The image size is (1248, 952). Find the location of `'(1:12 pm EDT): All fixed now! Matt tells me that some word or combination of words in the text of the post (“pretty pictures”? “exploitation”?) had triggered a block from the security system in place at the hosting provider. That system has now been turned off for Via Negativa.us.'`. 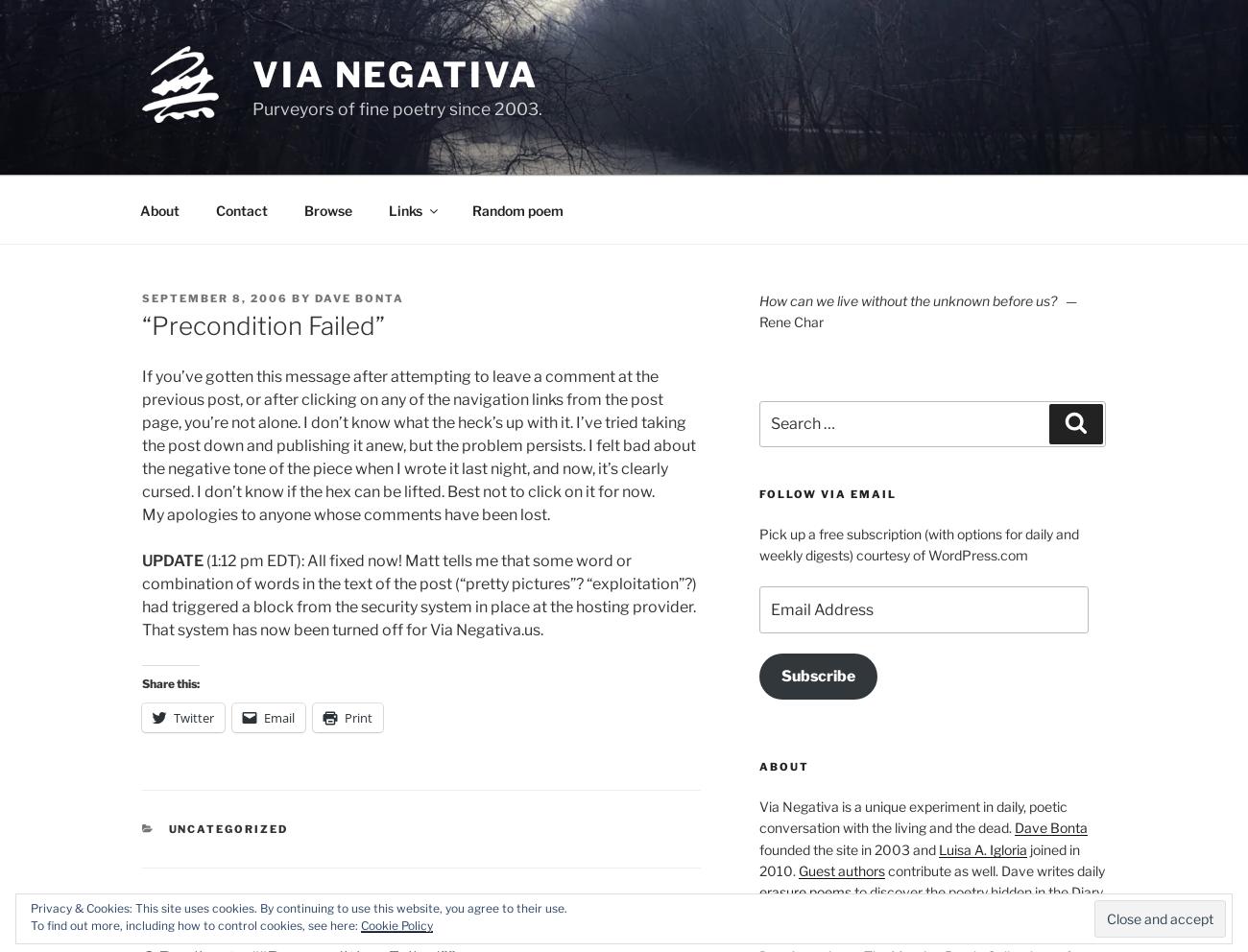

'(1:12 pm EDT): All fixed now! Matt tells me that some word or combination of words in the text of the post (“pretty pictures”? “exploitation”?) had triggered a block from the security system in place at the hosting provider. That system has now been turned off for Via Negativa.us.' is located at coordinates (140, 594).